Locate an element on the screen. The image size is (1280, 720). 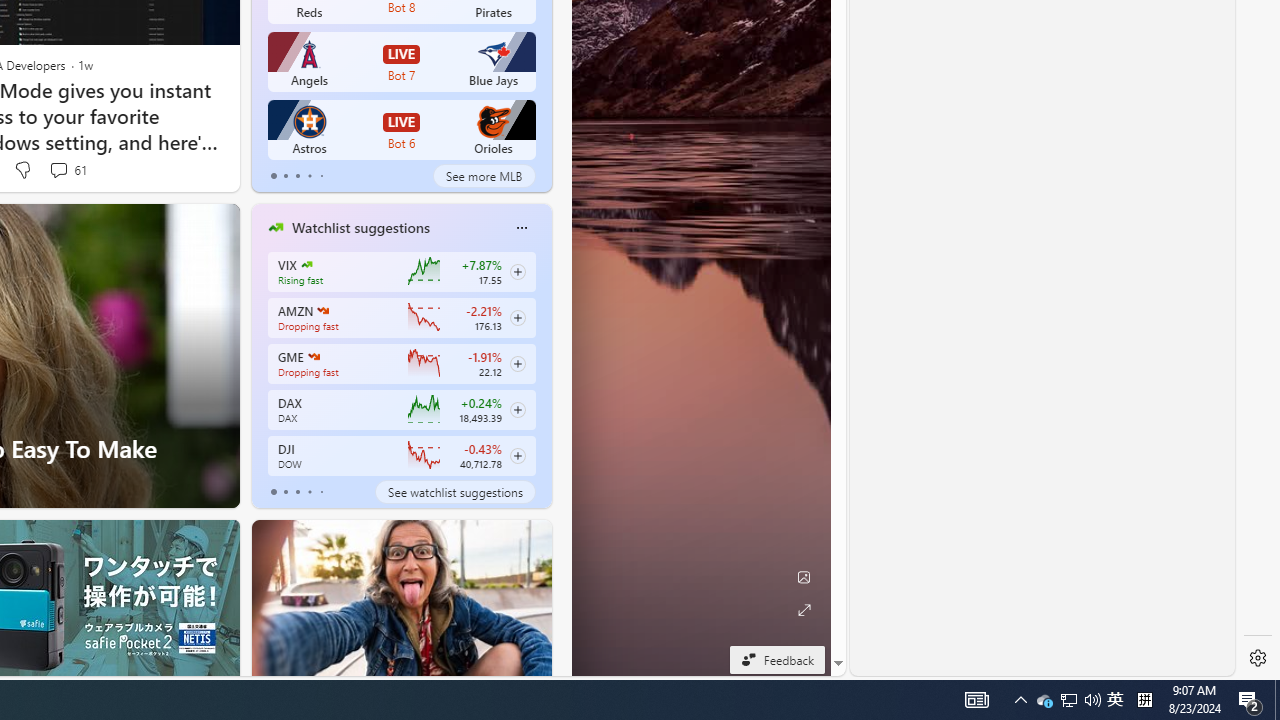
'GAMESTOP CORP.' is located at coordinates (312, 356).